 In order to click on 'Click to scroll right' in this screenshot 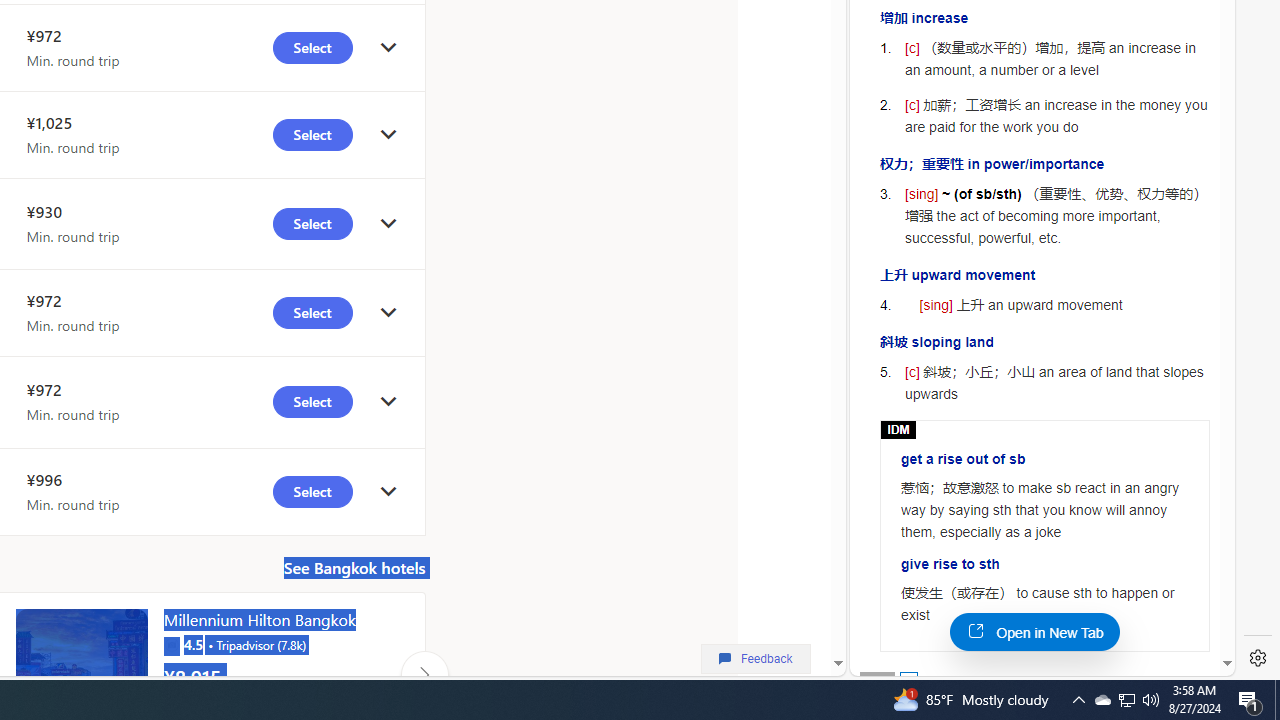, I will do `click(423, 674)`.